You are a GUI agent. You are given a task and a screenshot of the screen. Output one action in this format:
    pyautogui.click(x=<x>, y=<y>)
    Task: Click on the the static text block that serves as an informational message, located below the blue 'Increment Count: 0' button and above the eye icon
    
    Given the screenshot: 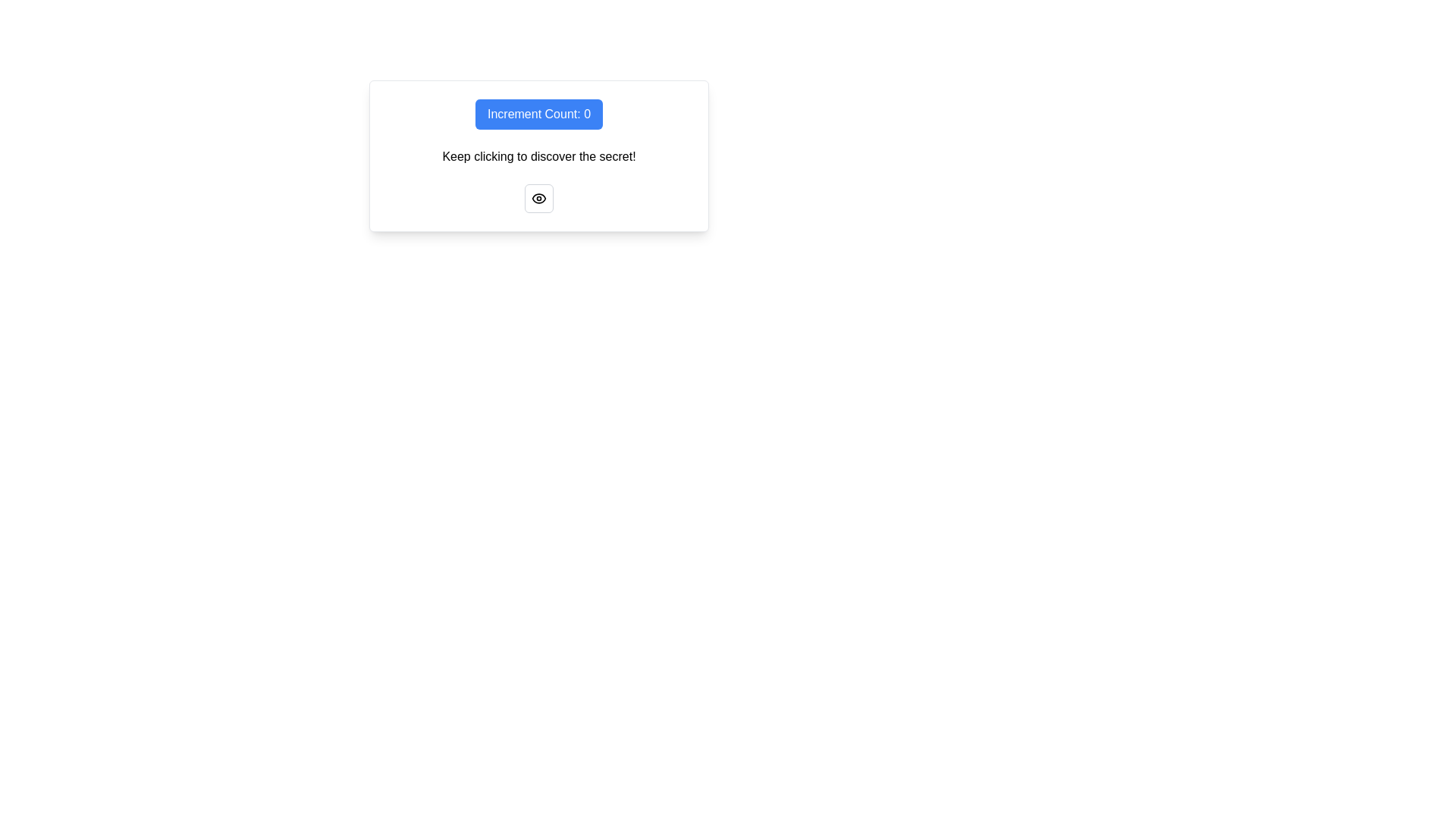 What is the action you would take?
    pyautogui.click(x=538, y=157)
    